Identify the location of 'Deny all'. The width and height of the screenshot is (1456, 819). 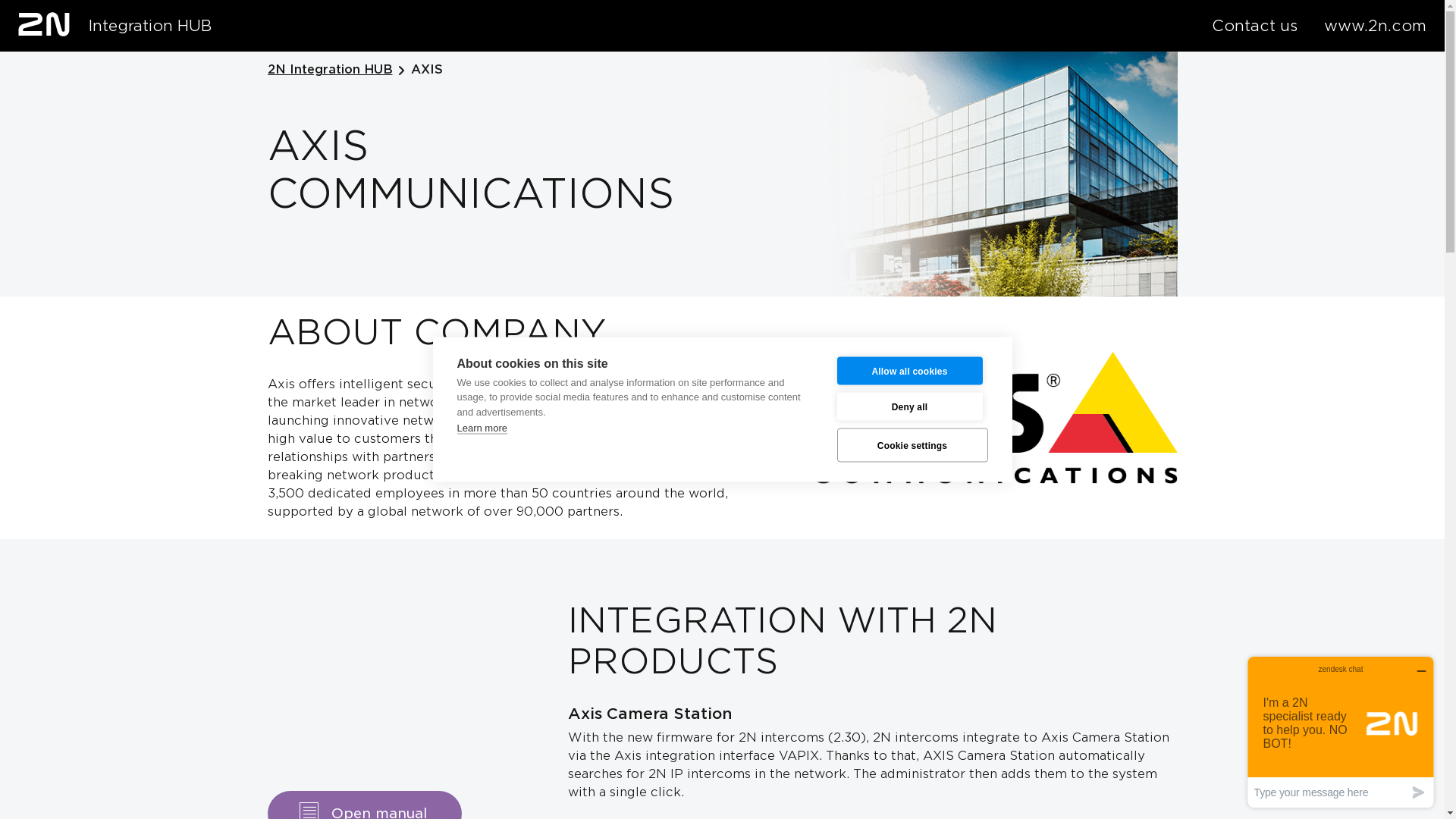
(910, 406).